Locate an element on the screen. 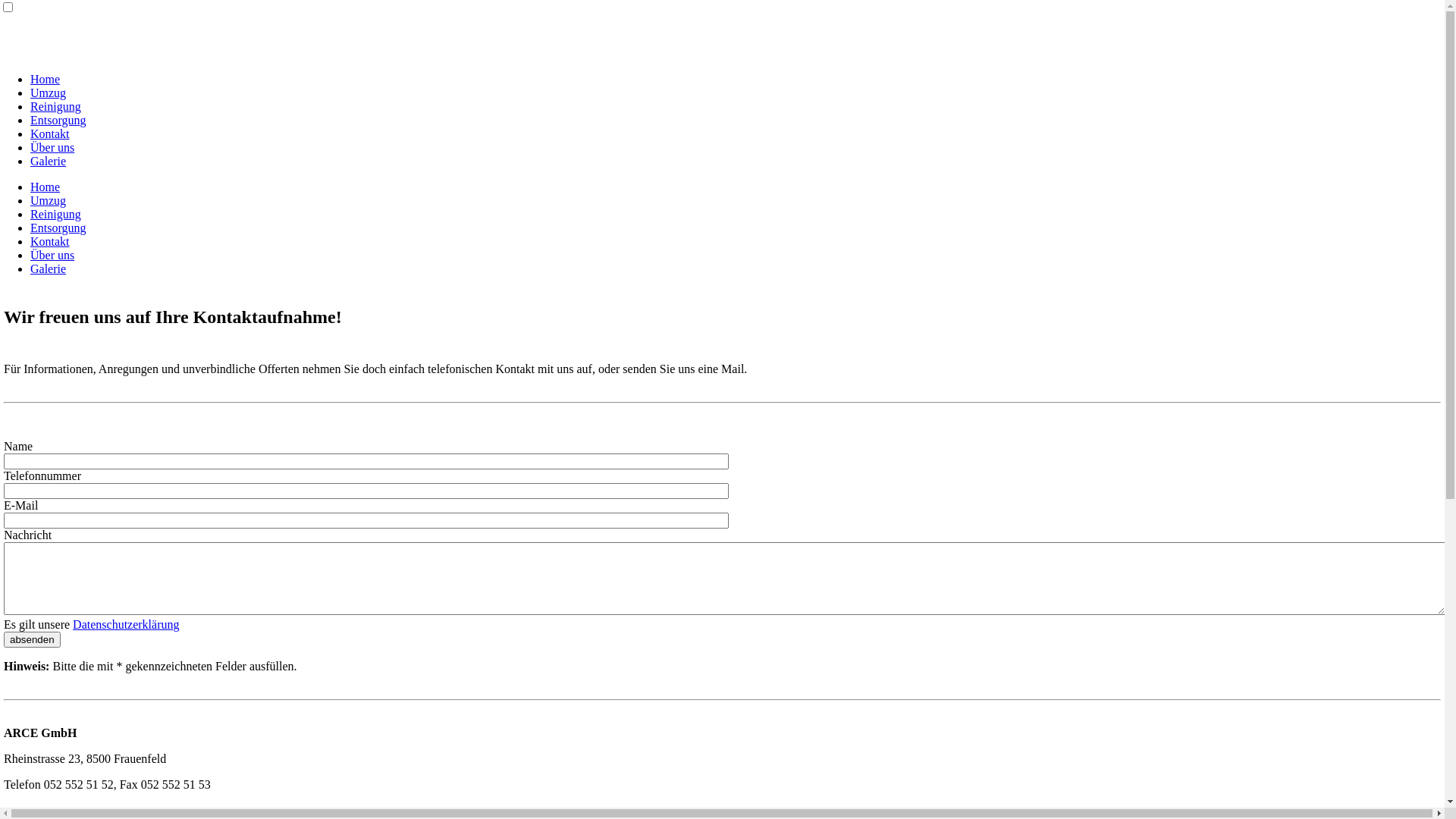  'Galerie' is located at coordinates (48, 268).